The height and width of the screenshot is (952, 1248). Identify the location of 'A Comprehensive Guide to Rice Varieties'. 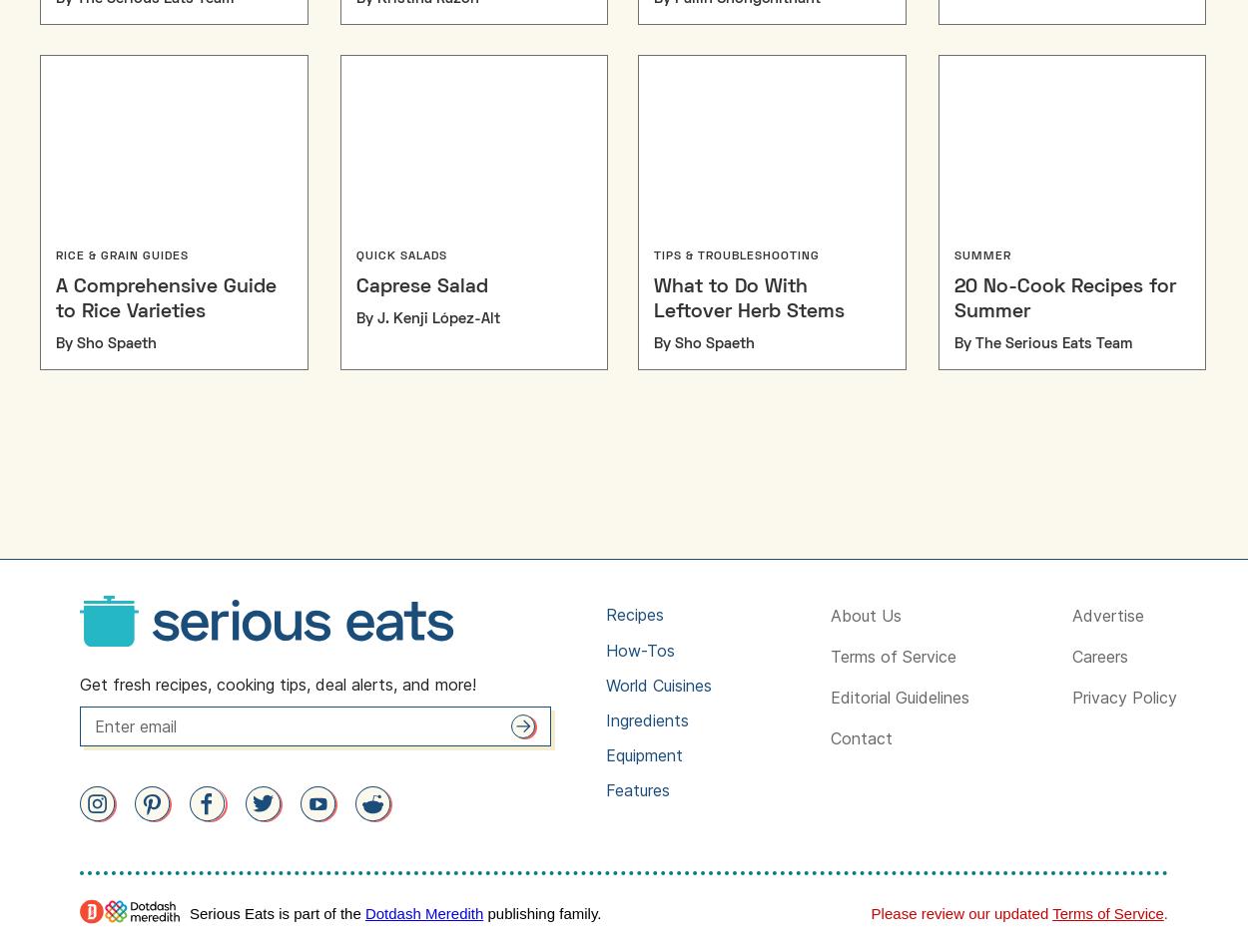
(166, 298).